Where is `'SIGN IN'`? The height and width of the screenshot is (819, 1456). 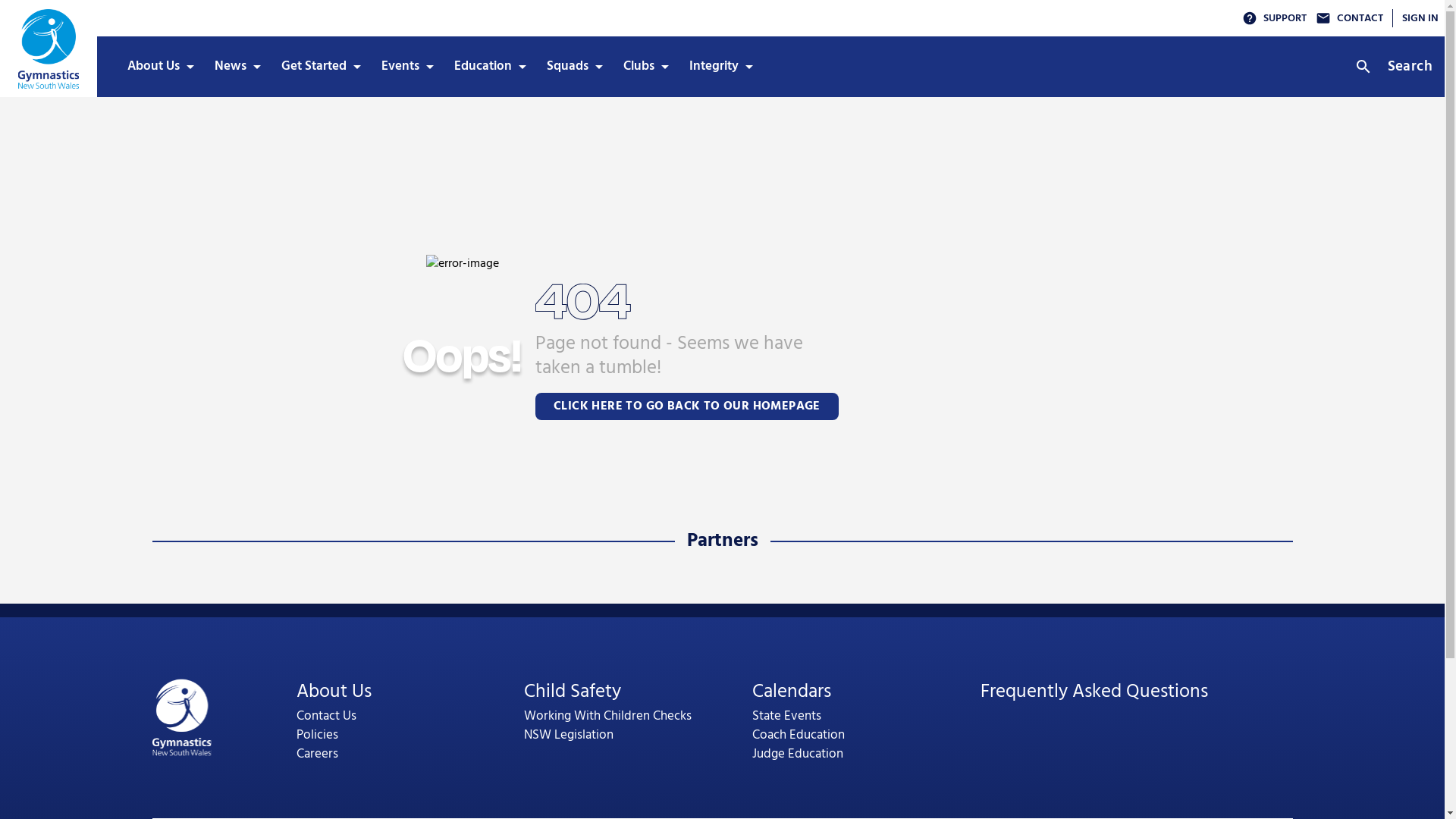 'SIGN IN' is located at coordinates (1401, 17).